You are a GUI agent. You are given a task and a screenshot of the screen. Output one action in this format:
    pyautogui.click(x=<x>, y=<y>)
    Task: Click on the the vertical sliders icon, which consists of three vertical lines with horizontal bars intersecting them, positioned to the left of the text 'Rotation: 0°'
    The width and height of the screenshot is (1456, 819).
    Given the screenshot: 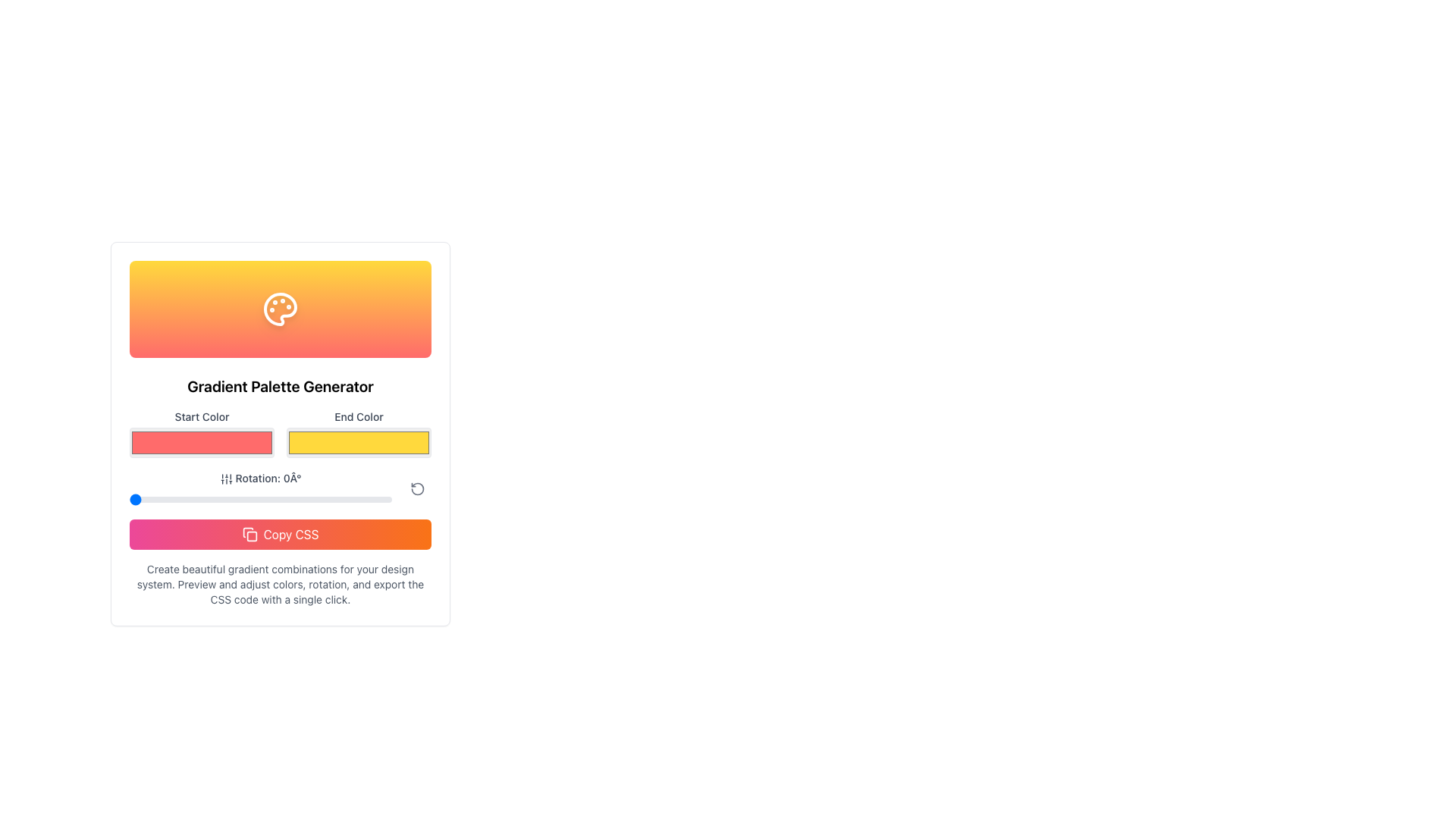 What is the action you would take?
    pyautogui.click(x=225, y=479)
    